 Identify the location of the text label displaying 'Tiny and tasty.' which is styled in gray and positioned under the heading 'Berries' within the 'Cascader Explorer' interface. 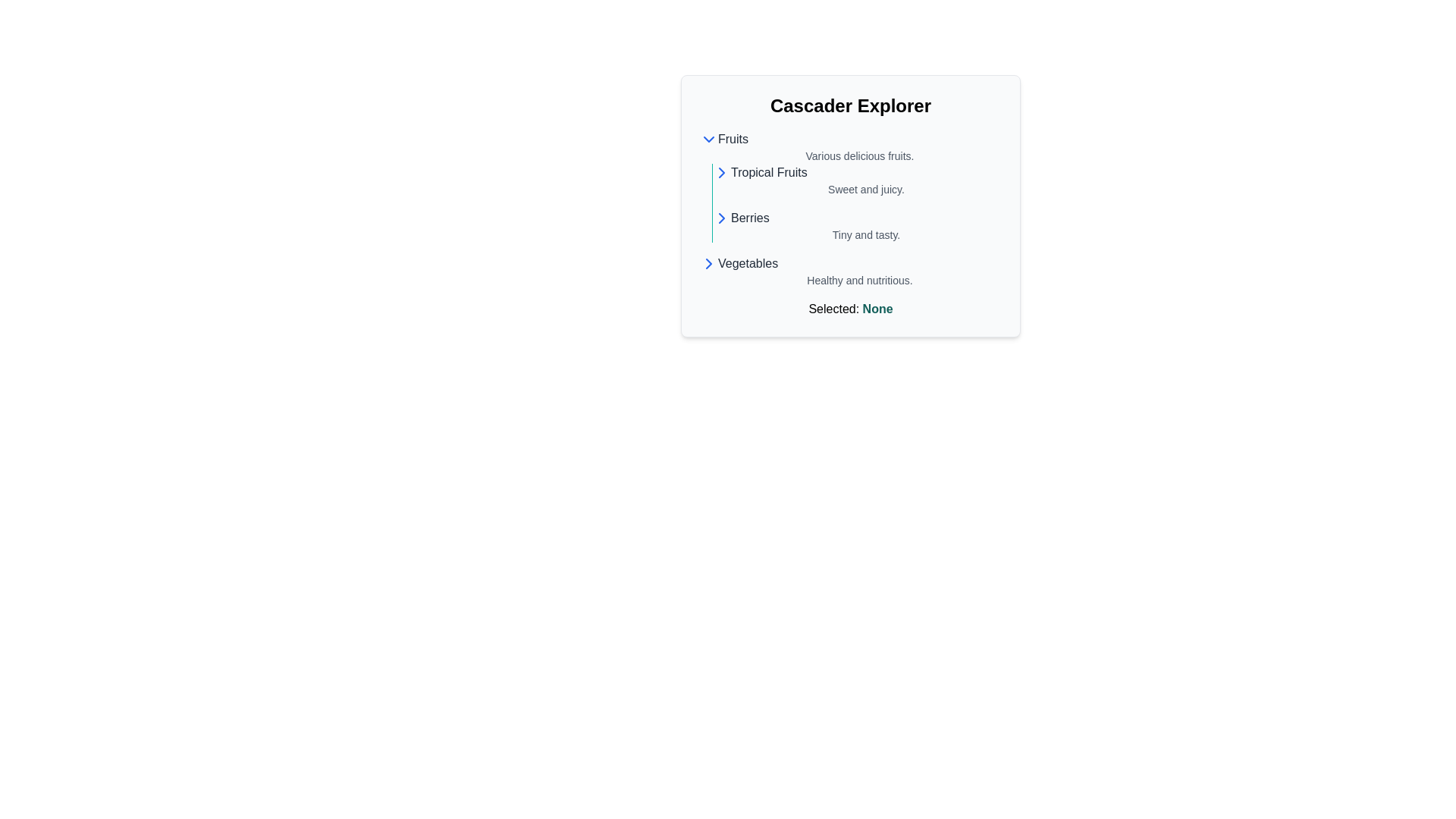
(866, 234).